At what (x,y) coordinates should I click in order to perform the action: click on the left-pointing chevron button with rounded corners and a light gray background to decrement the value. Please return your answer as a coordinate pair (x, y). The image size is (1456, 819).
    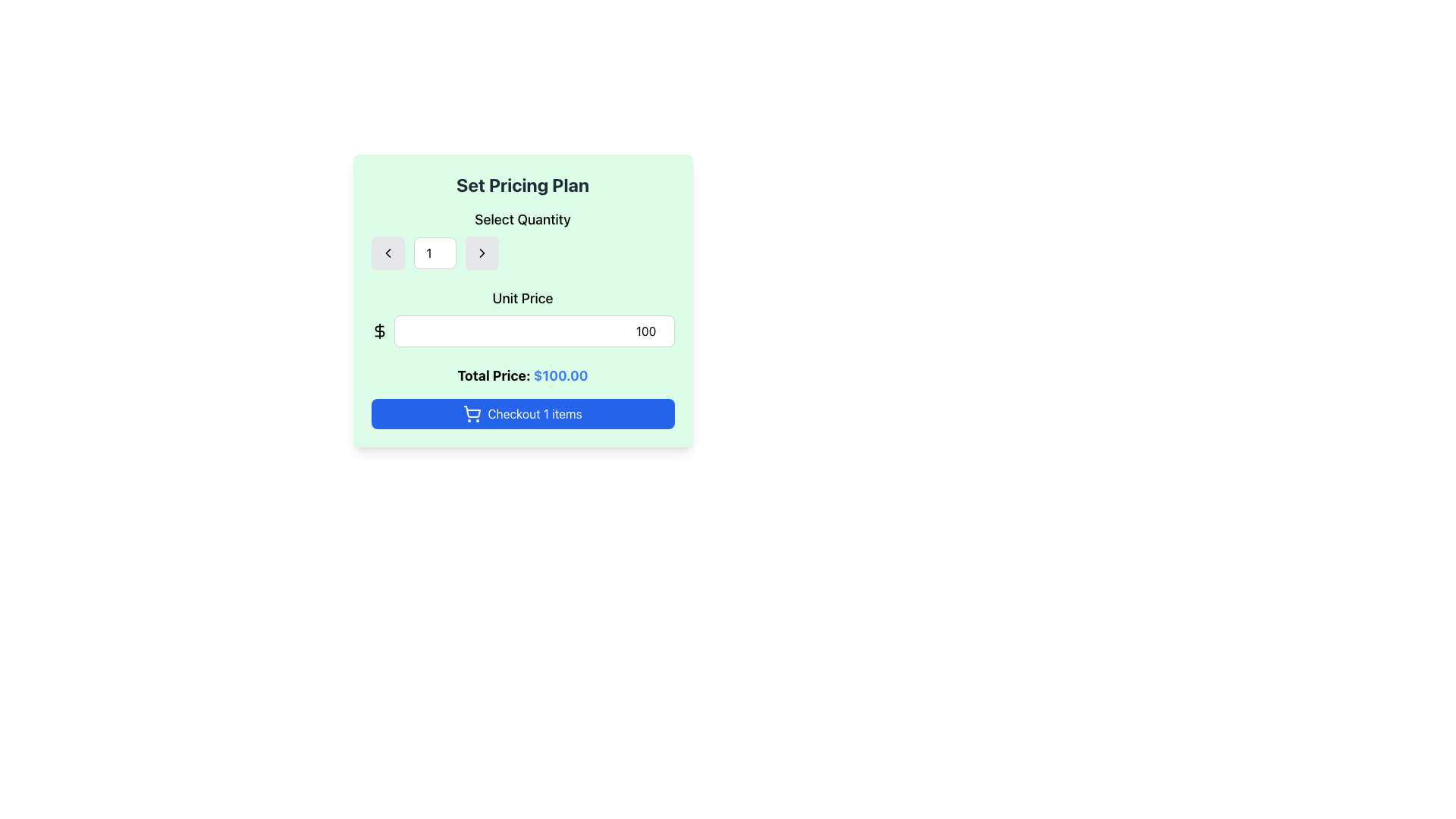
    Looking at the image, I should click on (388, 253).